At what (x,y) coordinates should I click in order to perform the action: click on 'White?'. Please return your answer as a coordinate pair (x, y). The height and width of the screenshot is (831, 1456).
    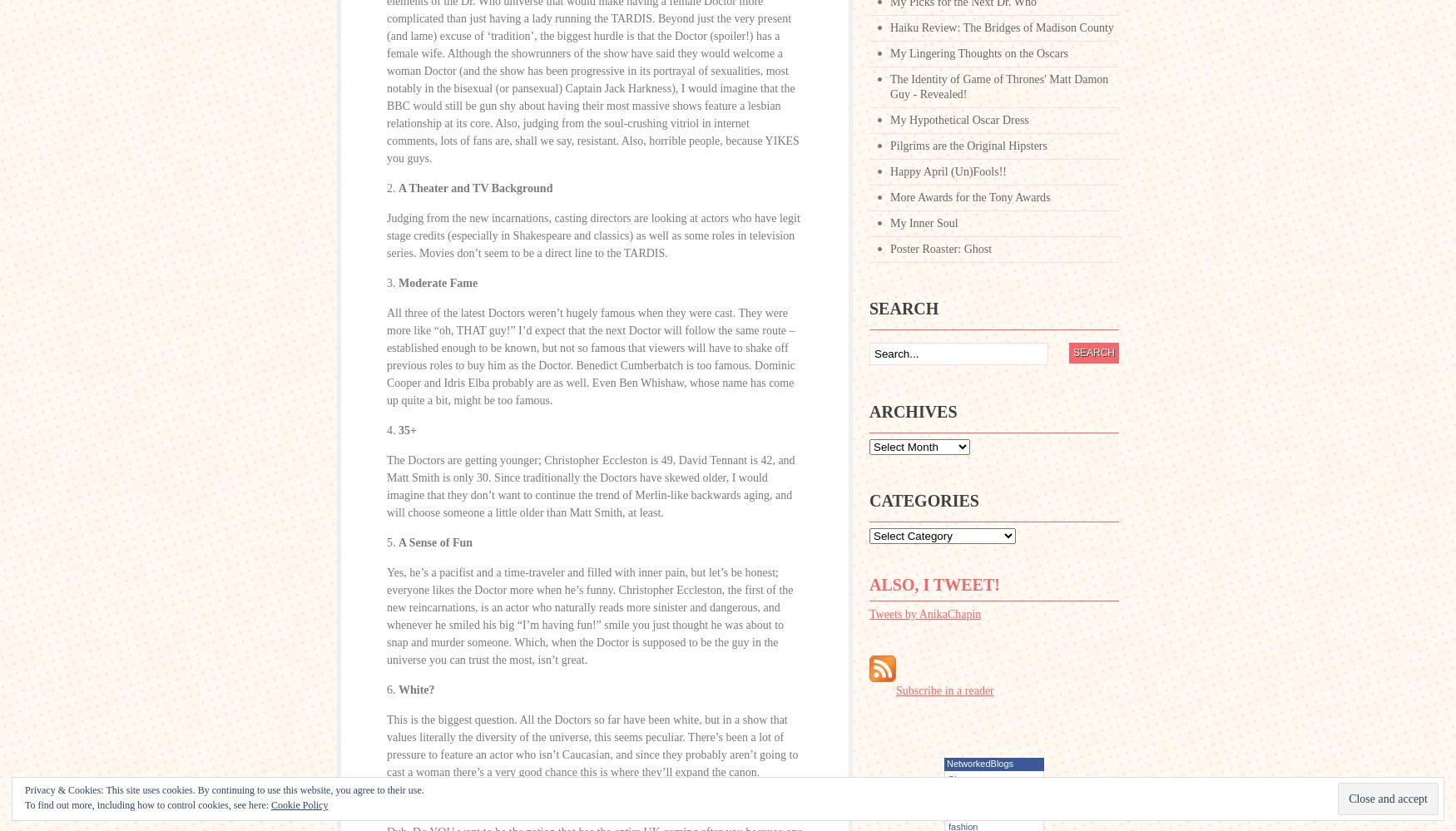
    Looking at the image, I should click on (416, 690).